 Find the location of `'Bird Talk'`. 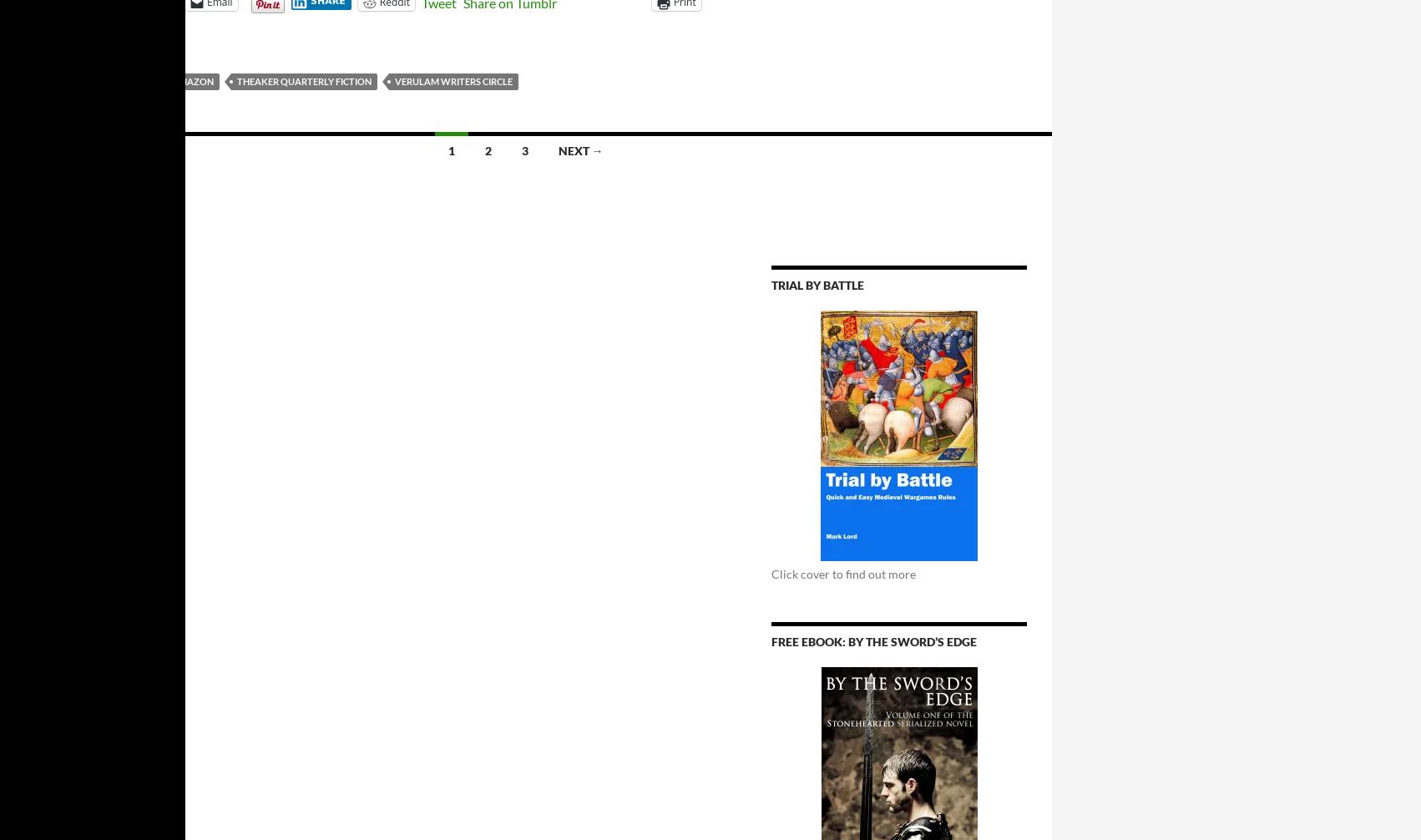

'Bird Talk' is located at coordinates (37, 81).